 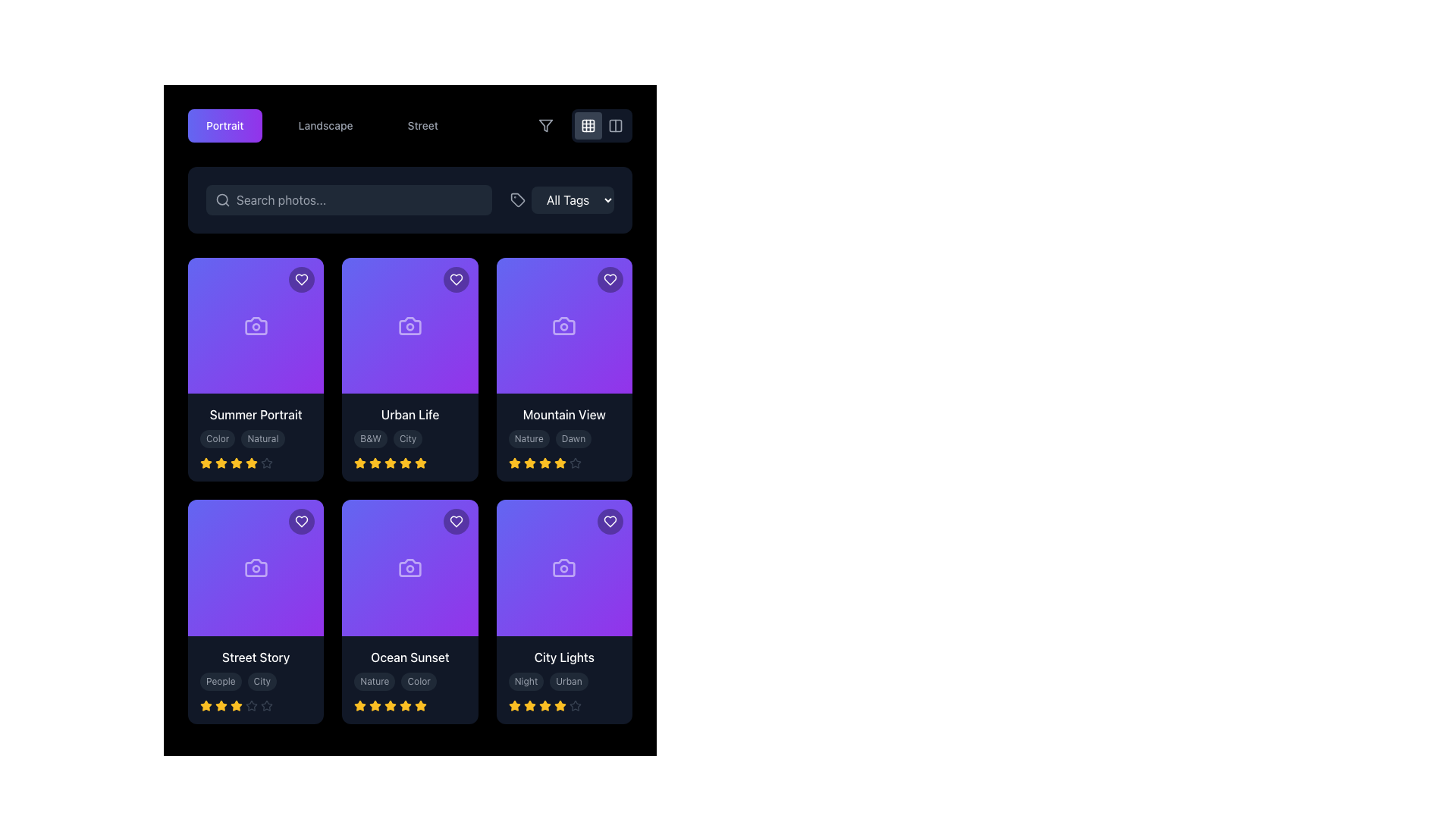 What do you see at coordinates (410, 705) in the screenshot?
I see `the Rating Component that visually represents a 4.5 out of 5 rating for the 'Ocean Sunset' card, located at the bottom of the card underneath the tags 'Nature' and 'Color'` at bounding box center [410, 705].